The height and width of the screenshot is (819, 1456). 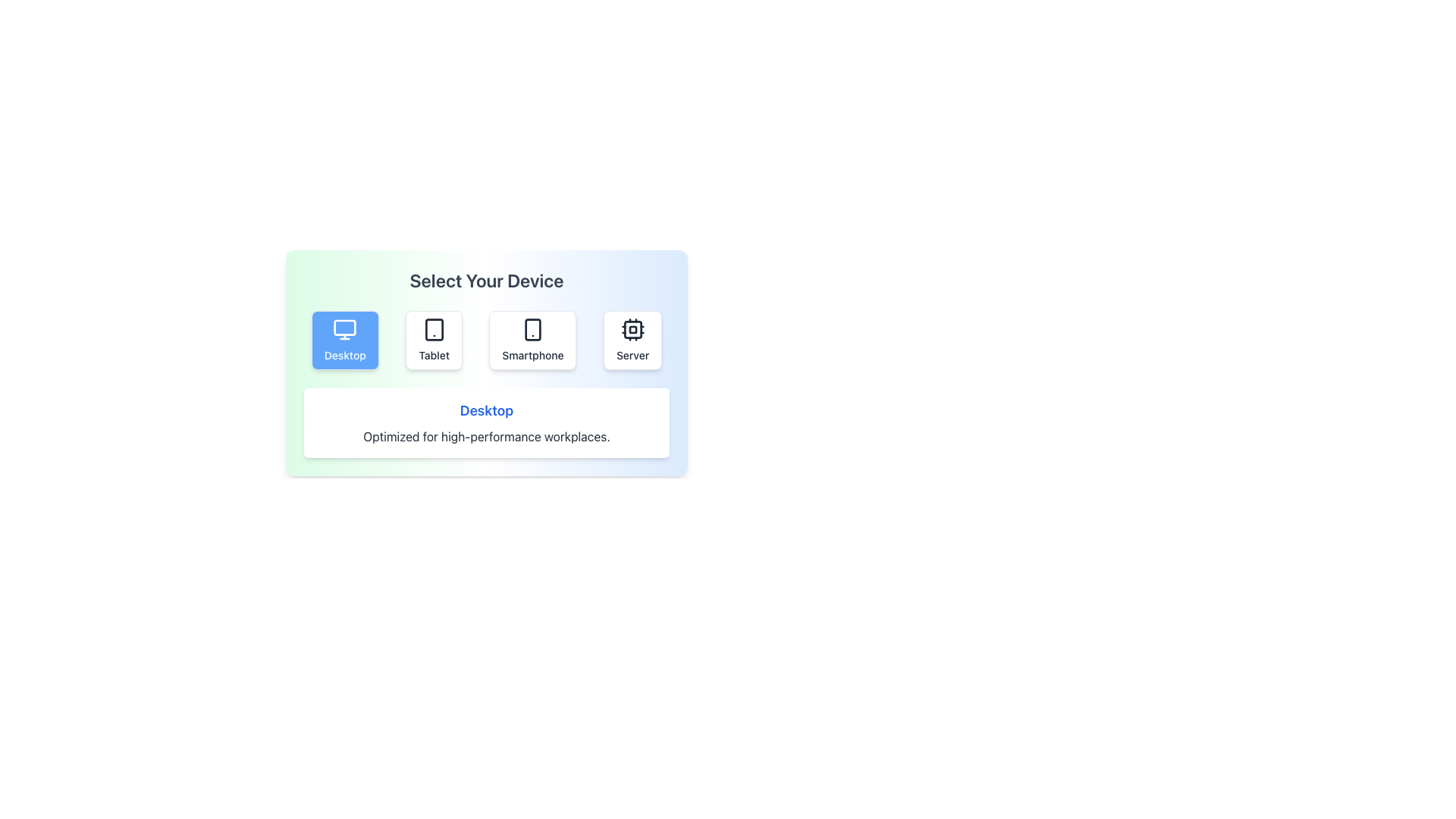 I want to click on descriptive label of the Text Label that indicates the type of device represented by the associated icon above it, so click(x=433, y=356).